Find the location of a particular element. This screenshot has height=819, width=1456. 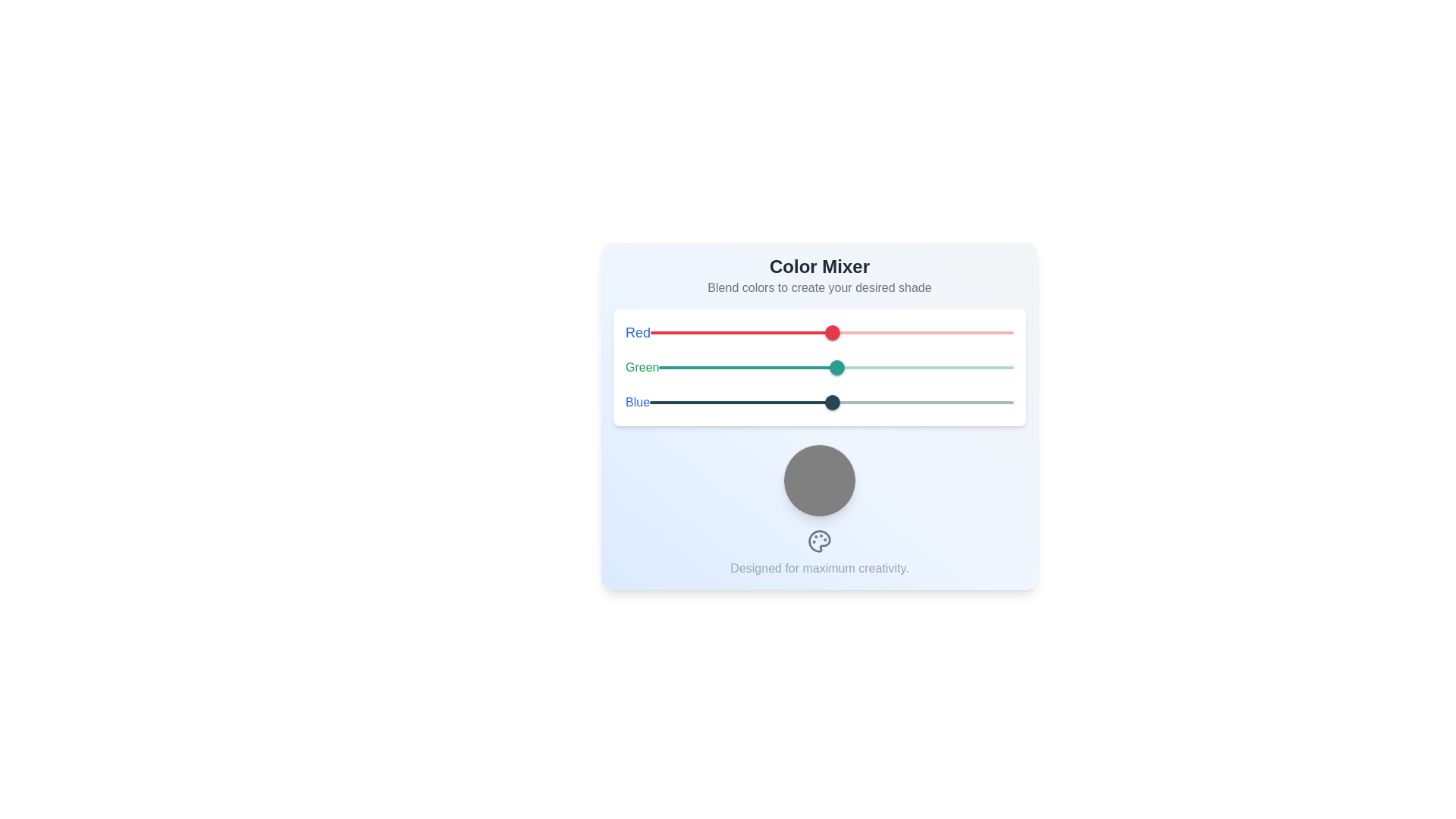

the circular graphical representation with a gray background and a well-defined border located below the RGB sliders is located at coordinates (818, 480).